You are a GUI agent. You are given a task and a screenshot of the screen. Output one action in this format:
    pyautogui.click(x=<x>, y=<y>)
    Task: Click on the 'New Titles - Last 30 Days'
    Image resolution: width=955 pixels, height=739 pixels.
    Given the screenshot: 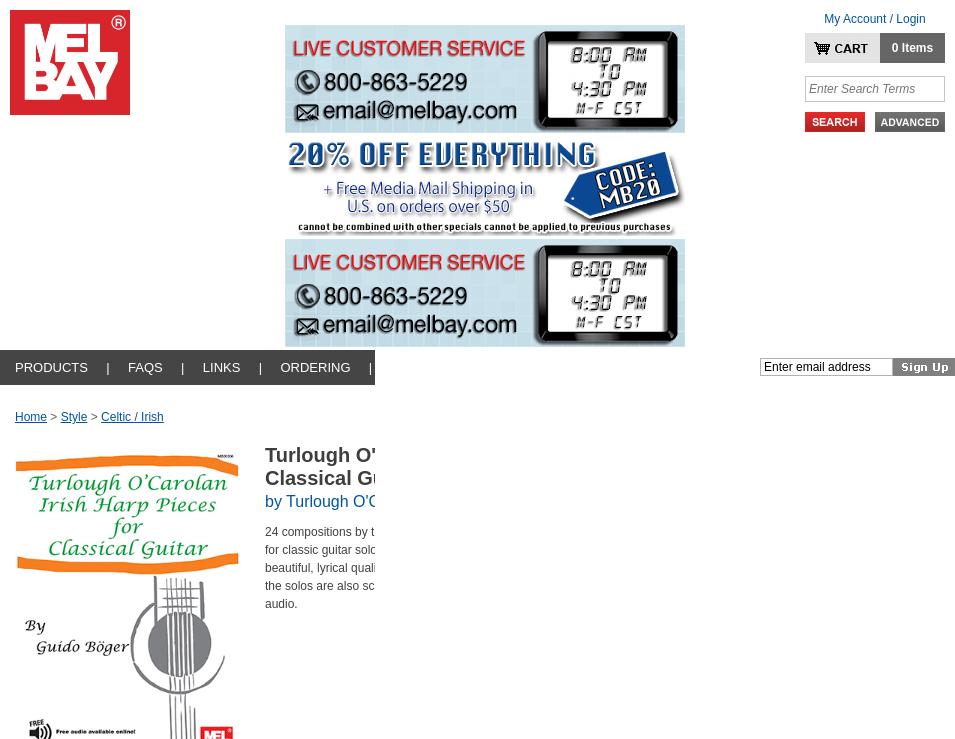 What is the action you would take?
    pyautogui.click(x=62, y=398)
    